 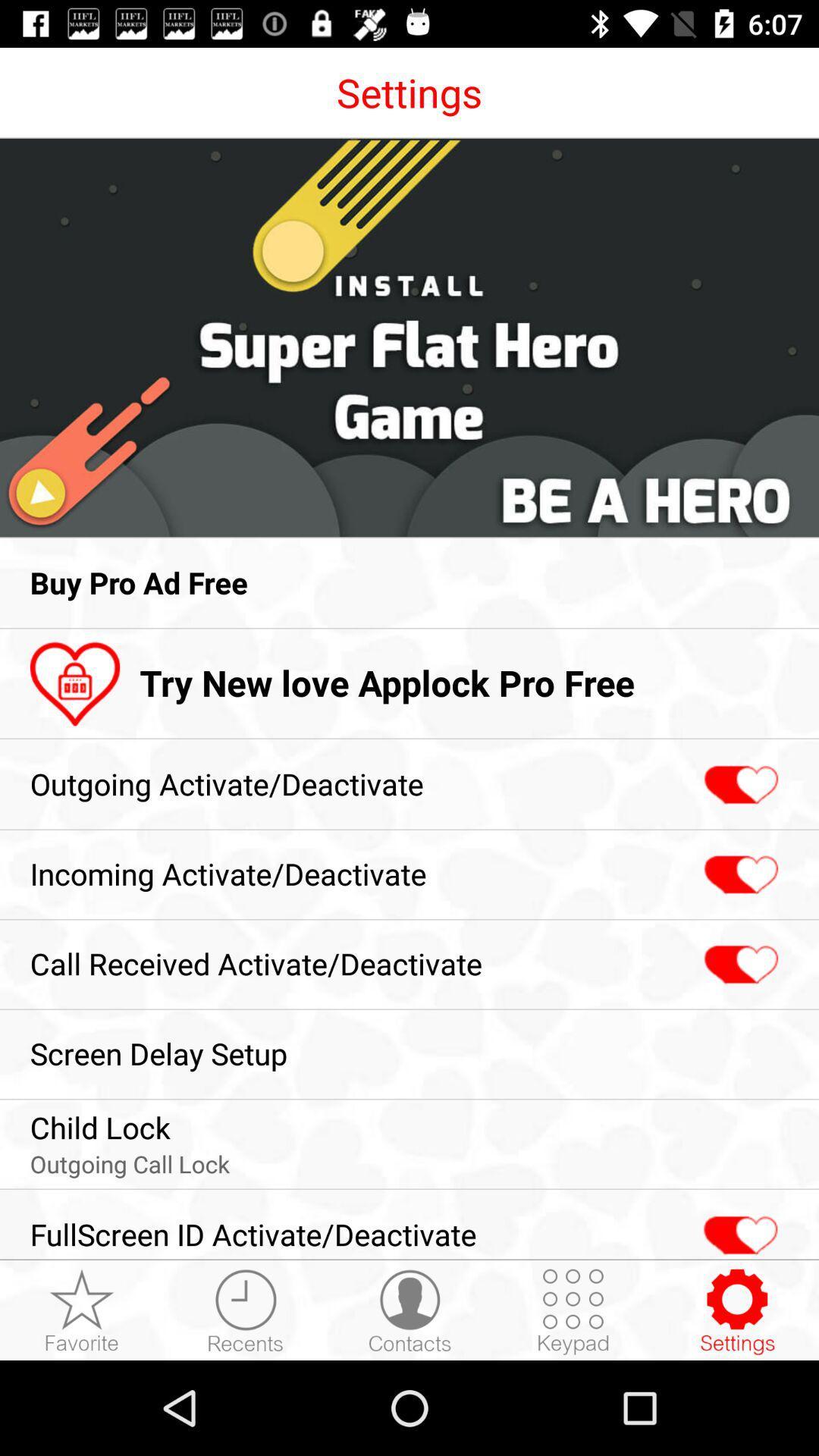 I want to click on the icon next to the call received activate item, so click(x=739, y=964).